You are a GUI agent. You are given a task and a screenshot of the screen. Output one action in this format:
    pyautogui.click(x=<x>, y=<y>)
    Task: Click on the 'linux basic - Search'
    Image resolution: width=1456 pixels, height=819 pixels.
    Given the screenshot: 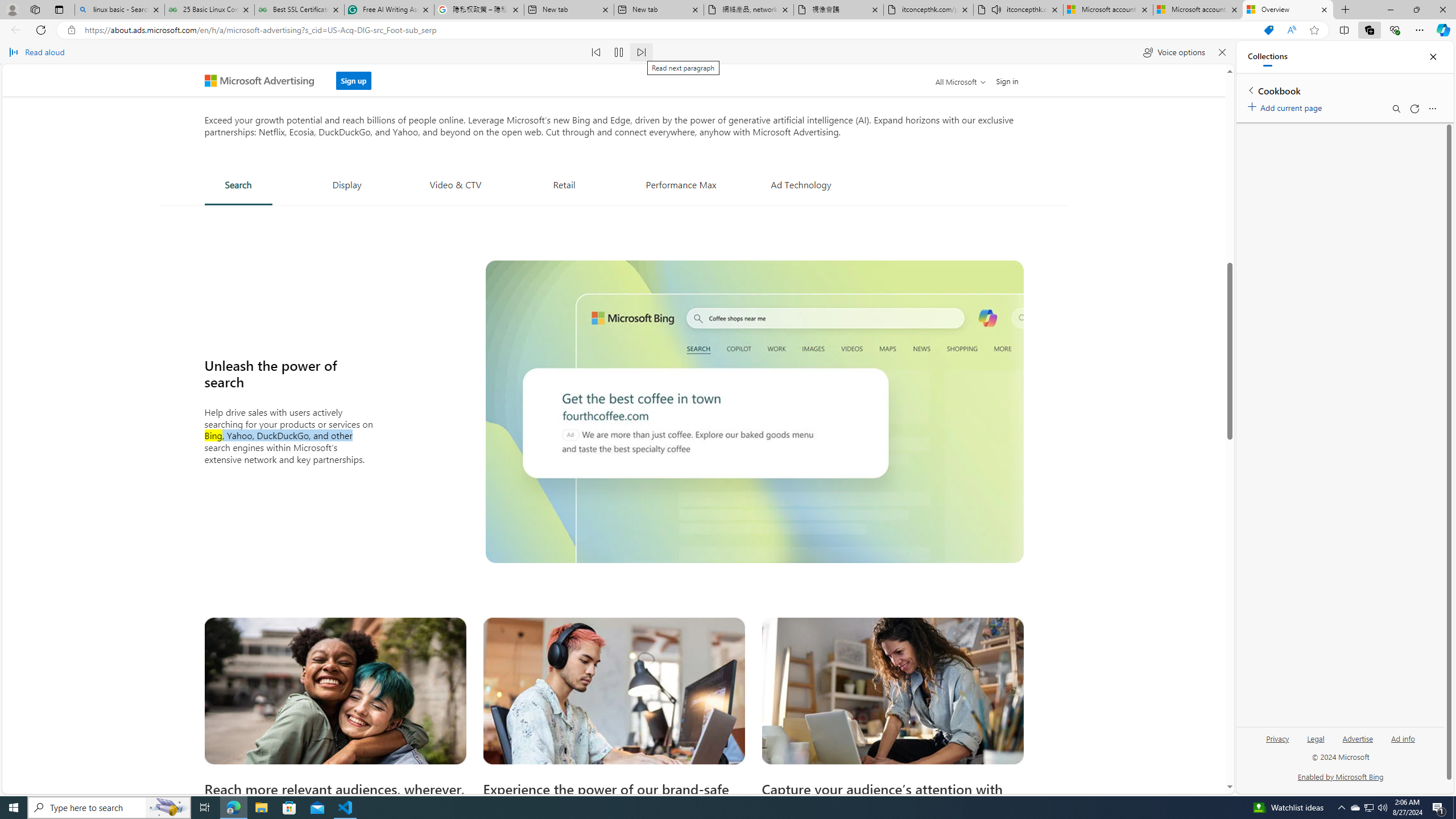 What is the action you would take?
    pyautogui.click(x=118, y=9)
    